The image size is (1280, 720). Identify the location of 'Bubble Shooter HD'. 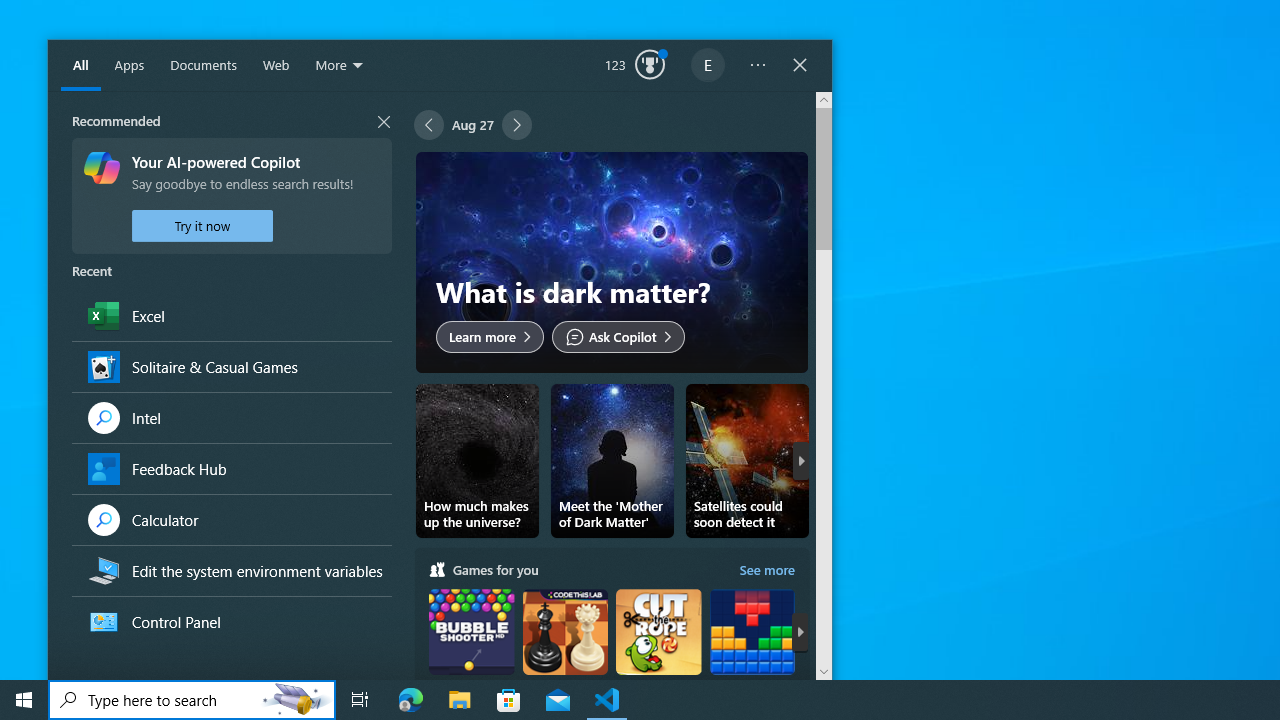
(470, 650).